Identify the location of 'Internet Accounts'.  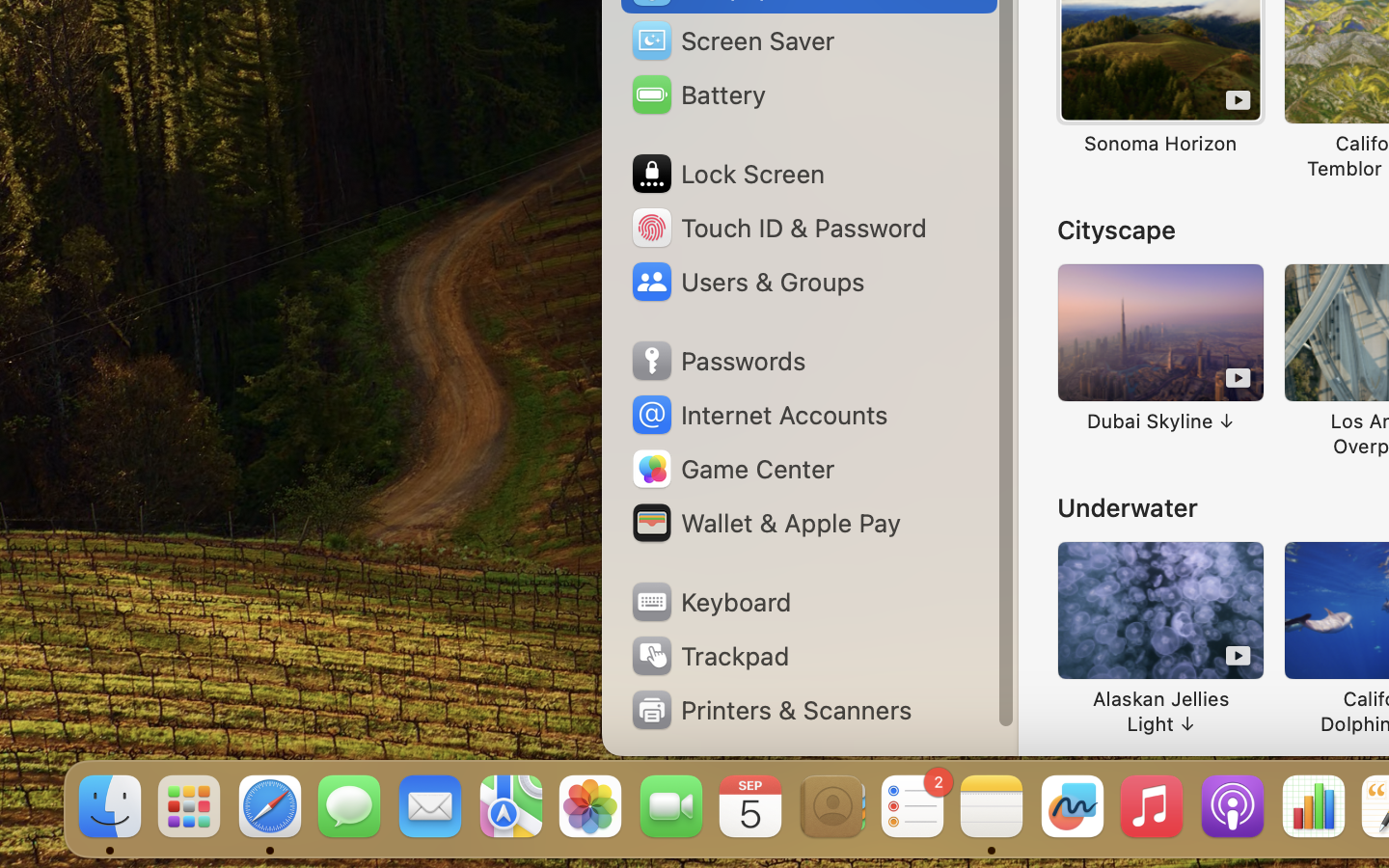
(757, 415).